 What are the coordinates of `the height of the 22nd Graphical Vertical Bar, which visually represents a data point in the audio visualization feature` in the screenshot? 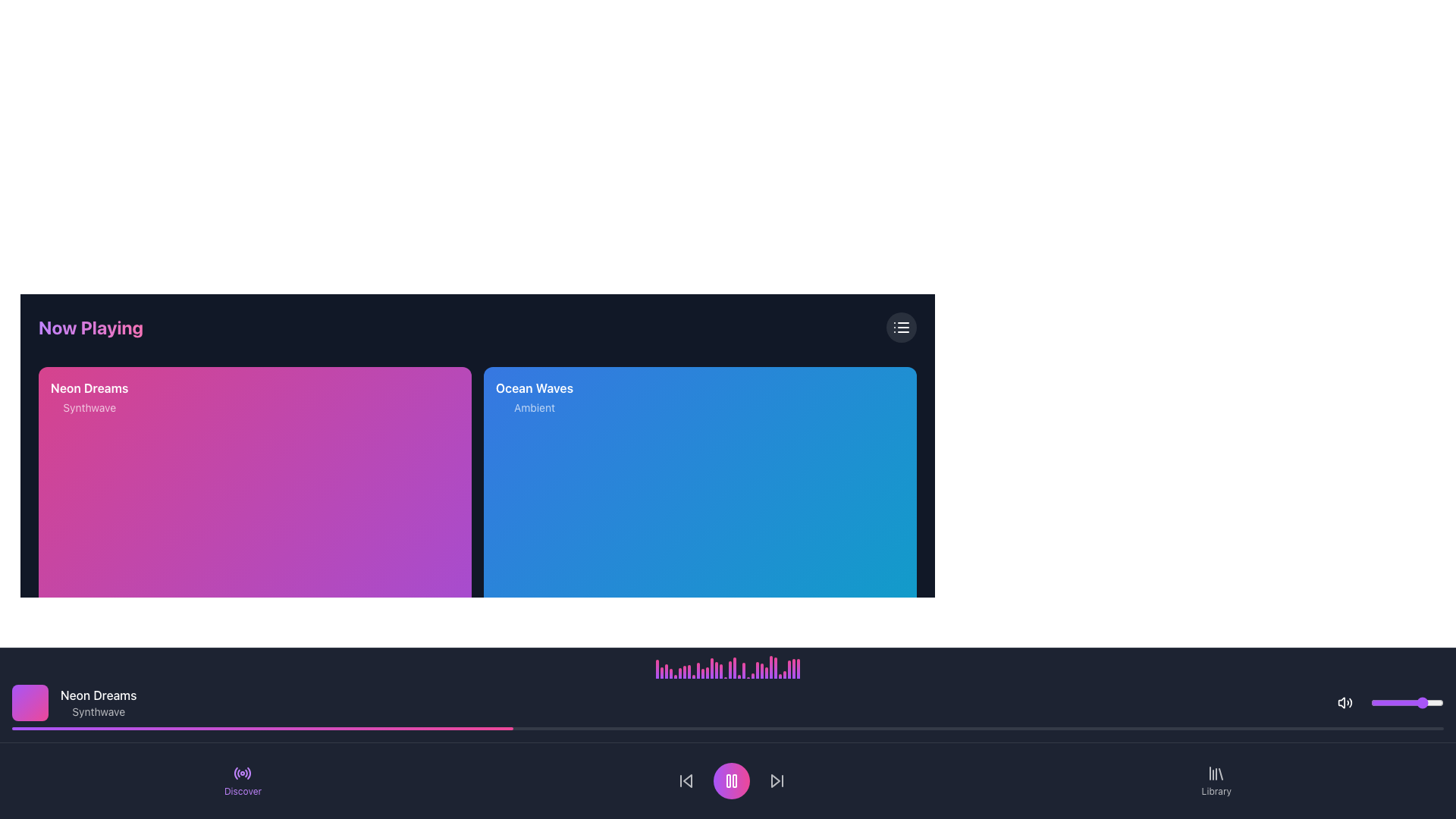 It's located at (748, 672).